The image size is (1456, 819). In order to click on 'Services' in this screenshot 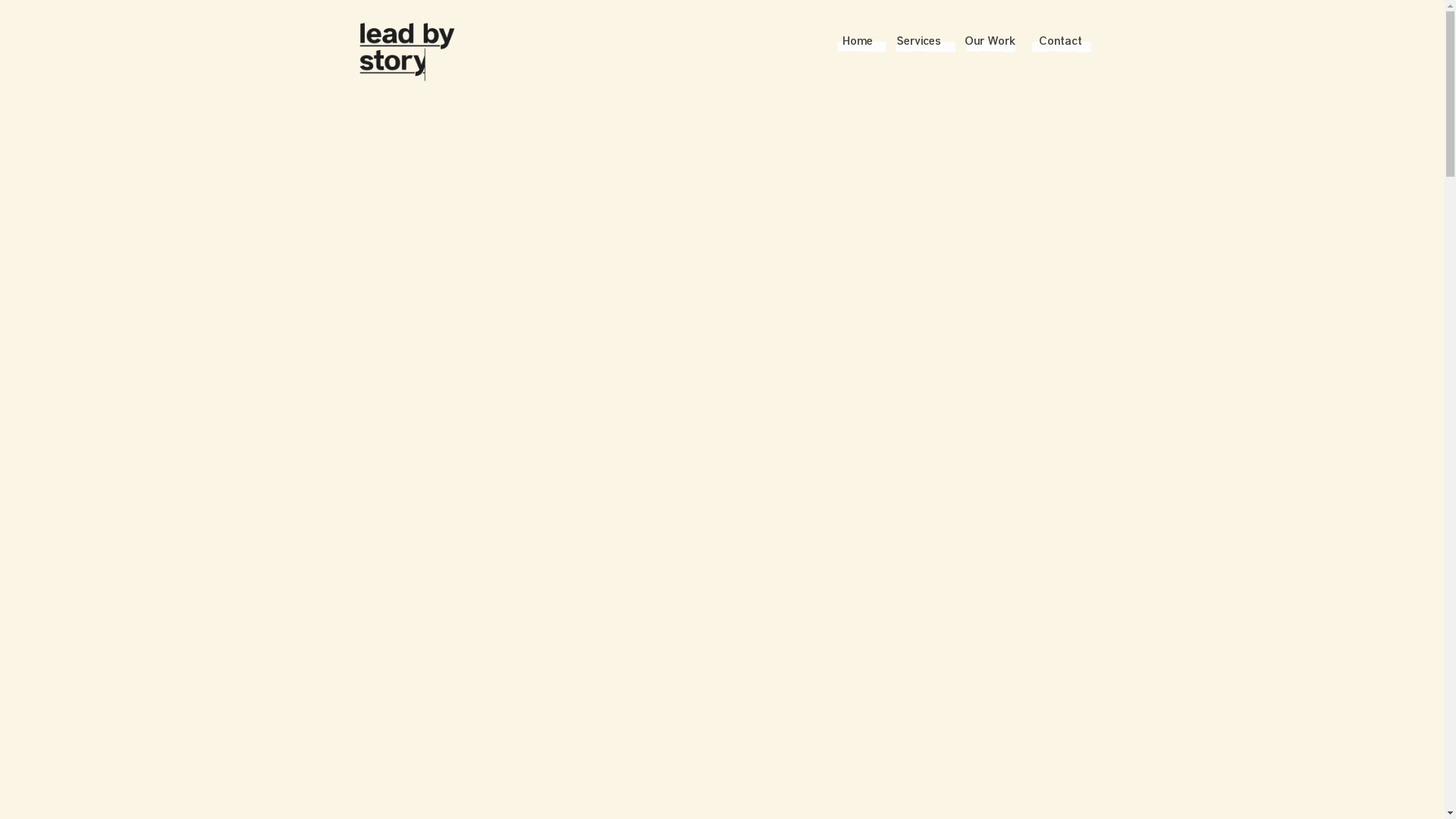, I will do `click(917, 40)`.